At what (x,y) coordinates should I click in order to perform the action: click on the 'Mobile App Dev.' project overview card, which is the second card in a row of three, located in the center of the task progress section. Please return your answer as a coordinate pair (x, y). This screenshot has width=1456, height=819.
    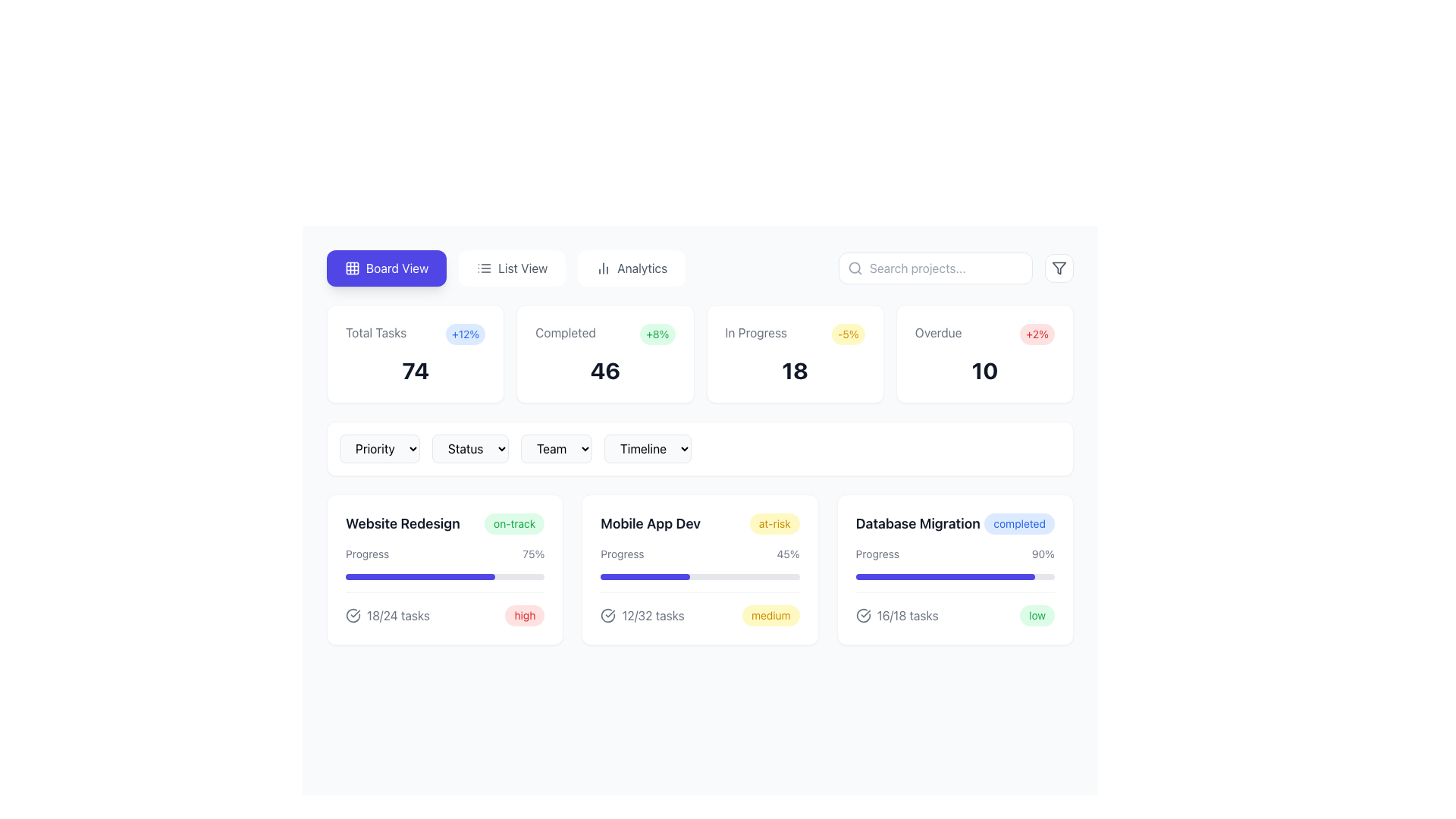
    Looking at the image, I should click on (699, 570).